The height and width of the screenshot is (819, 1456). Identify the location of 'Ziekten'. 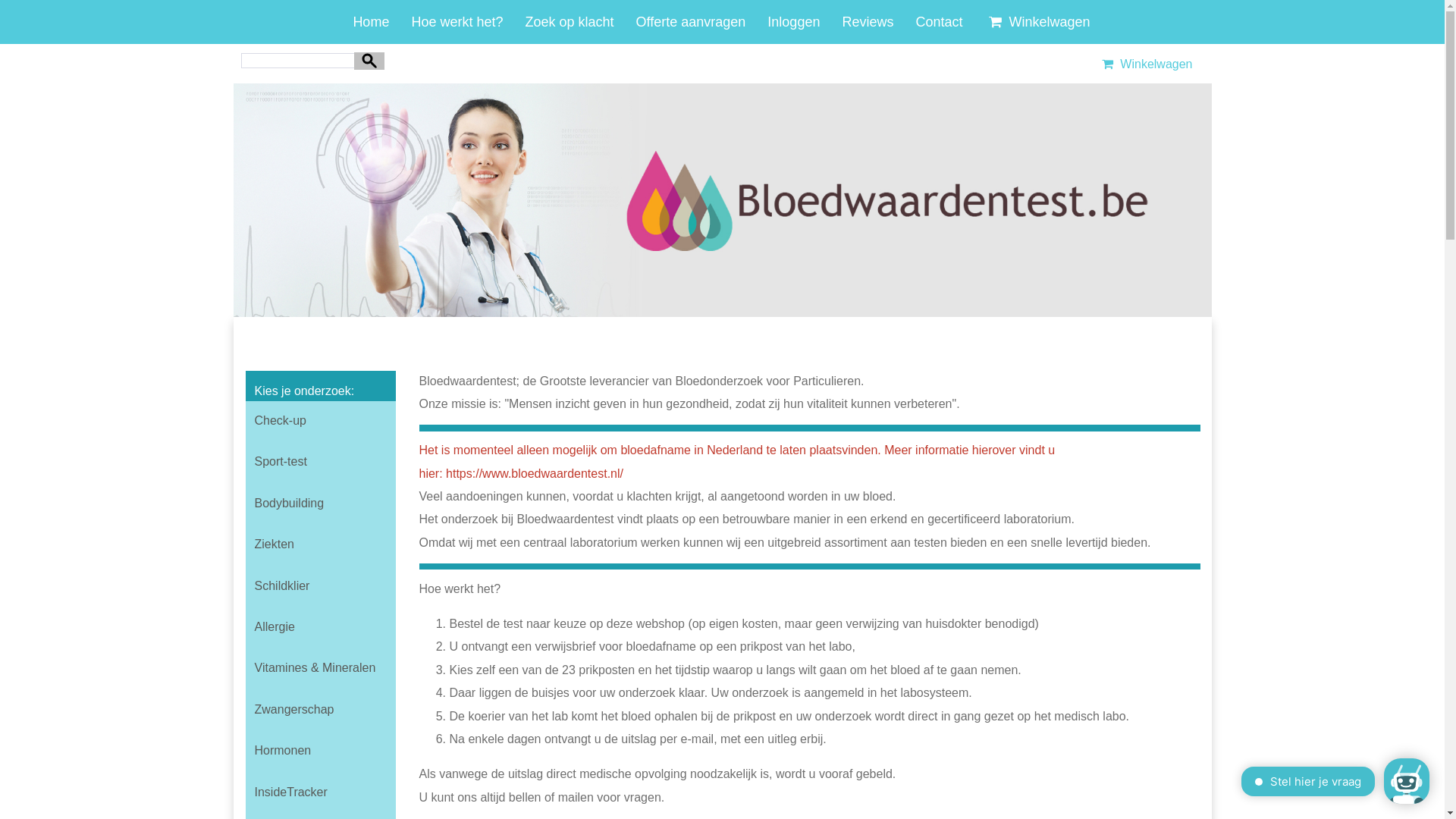
(246, 543).